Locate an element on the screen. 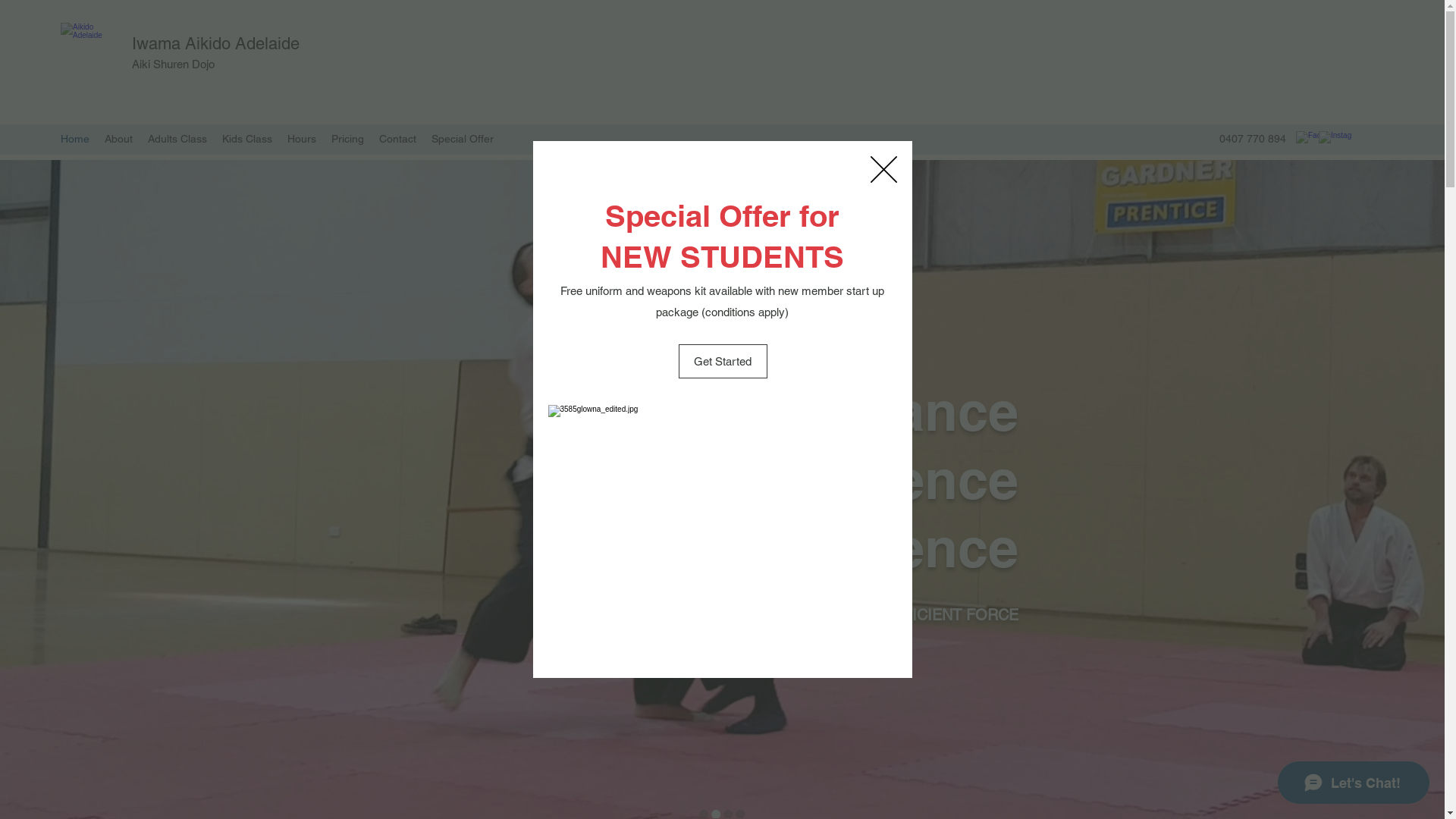  'Contact' is located at coordinates (397, 138).